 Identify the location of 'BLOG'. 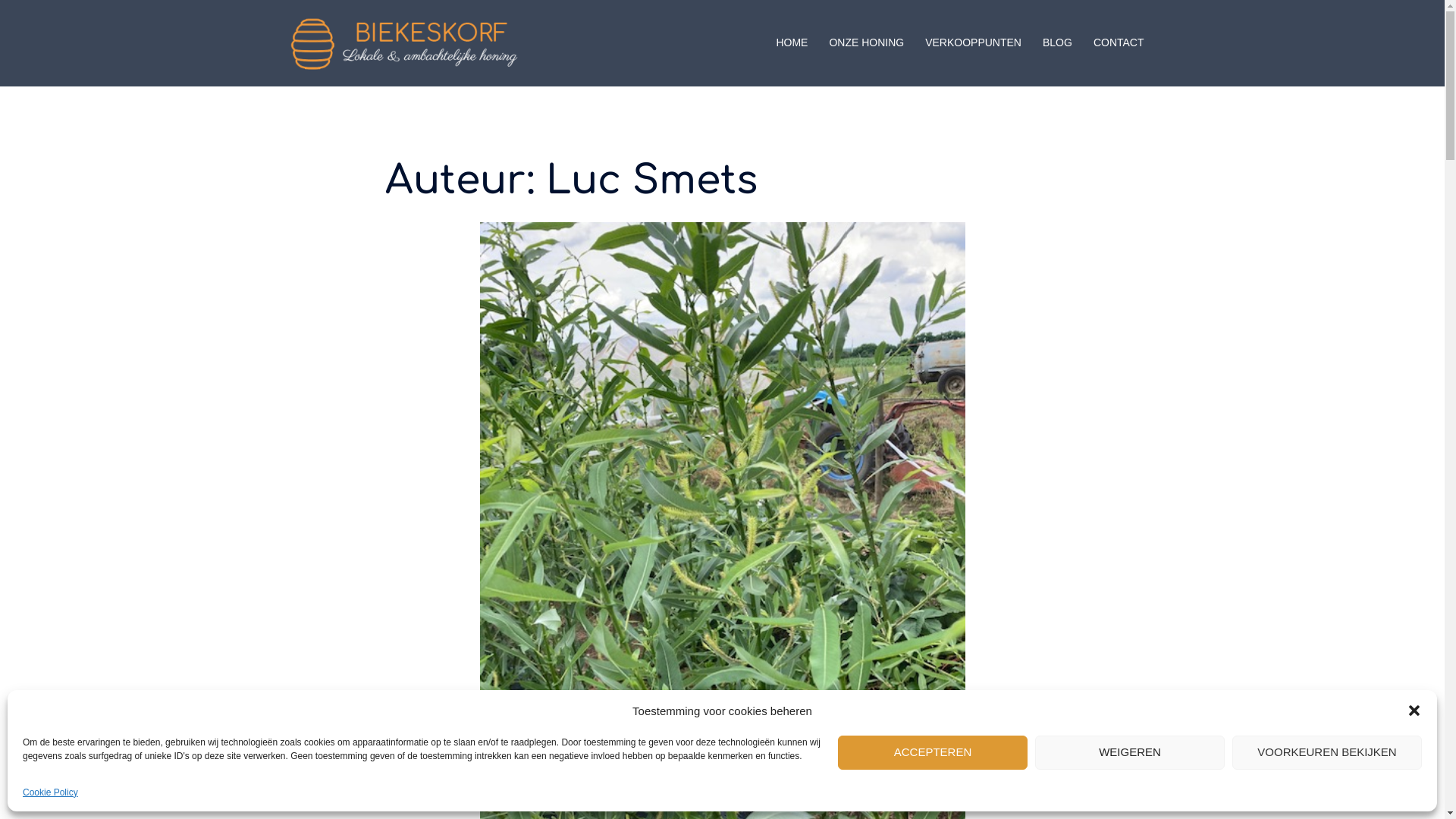
(1041, 42).